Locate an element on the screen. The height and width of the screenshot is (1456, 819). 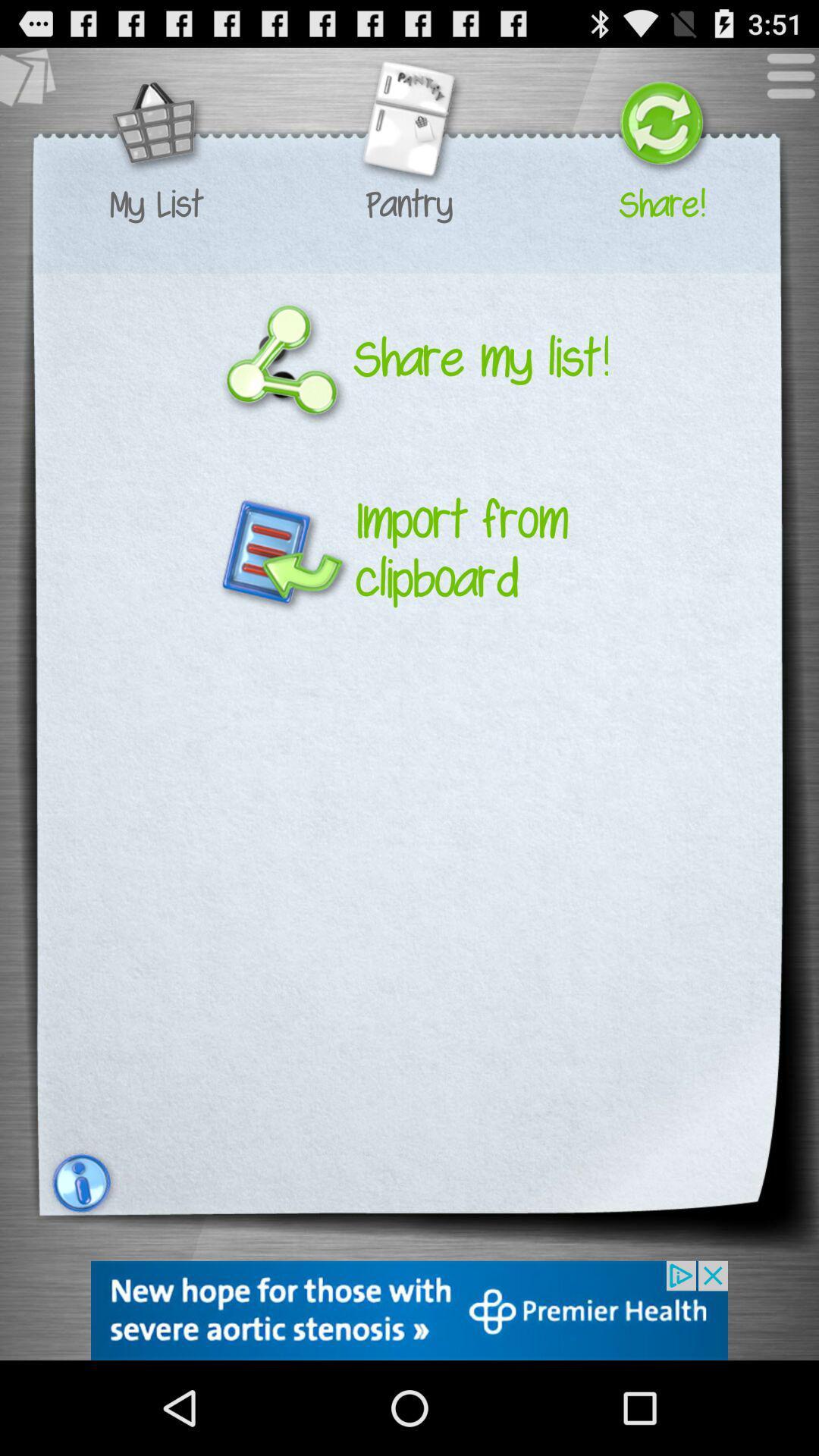
click the share option is located at coordinates (661, 125).